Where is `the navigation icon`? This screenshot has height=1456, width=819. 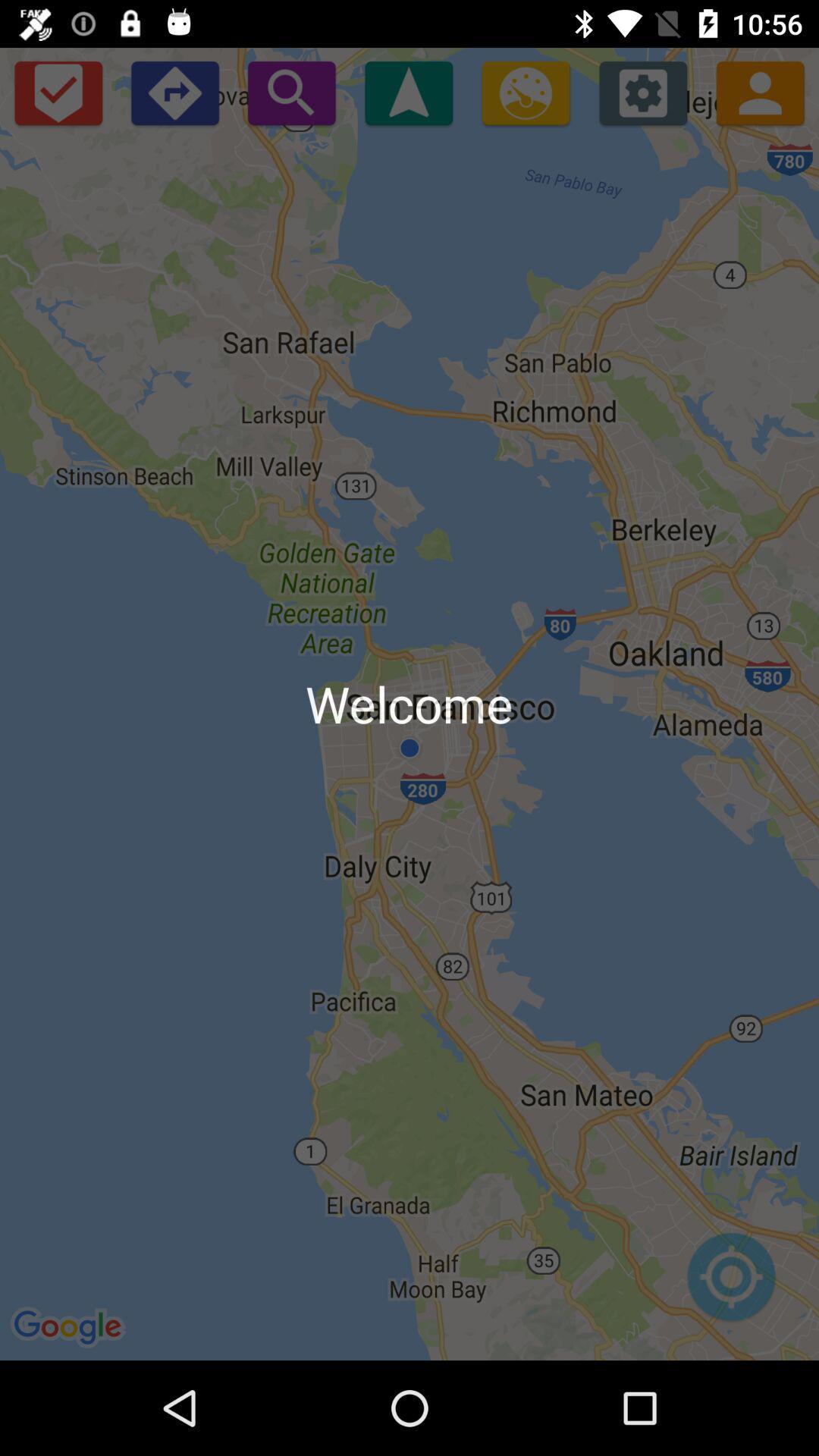 the navigation icon is located at coordinates (408, 92).